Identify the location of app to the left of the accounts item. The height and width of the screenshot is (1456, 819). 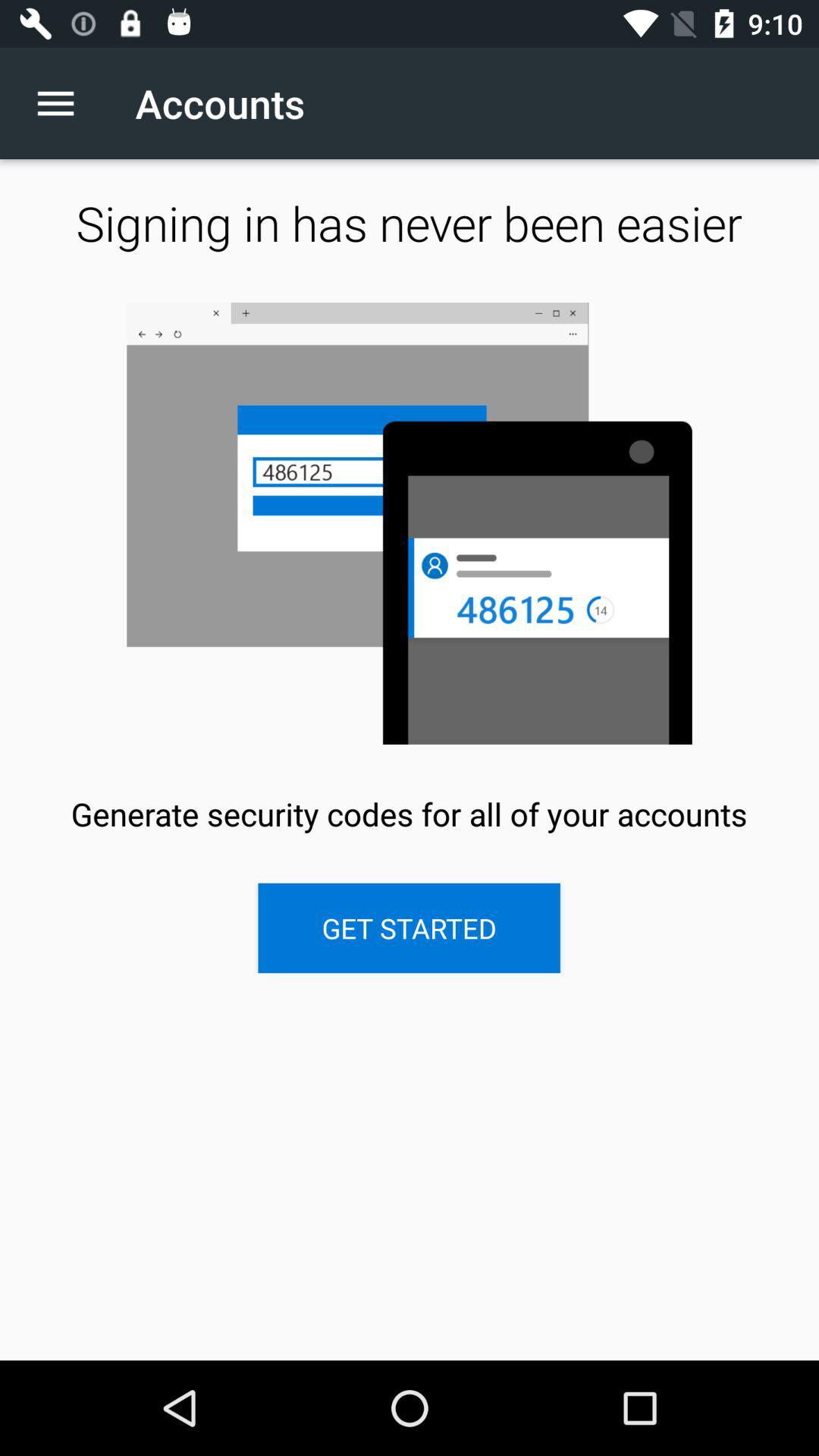
(63, 102).